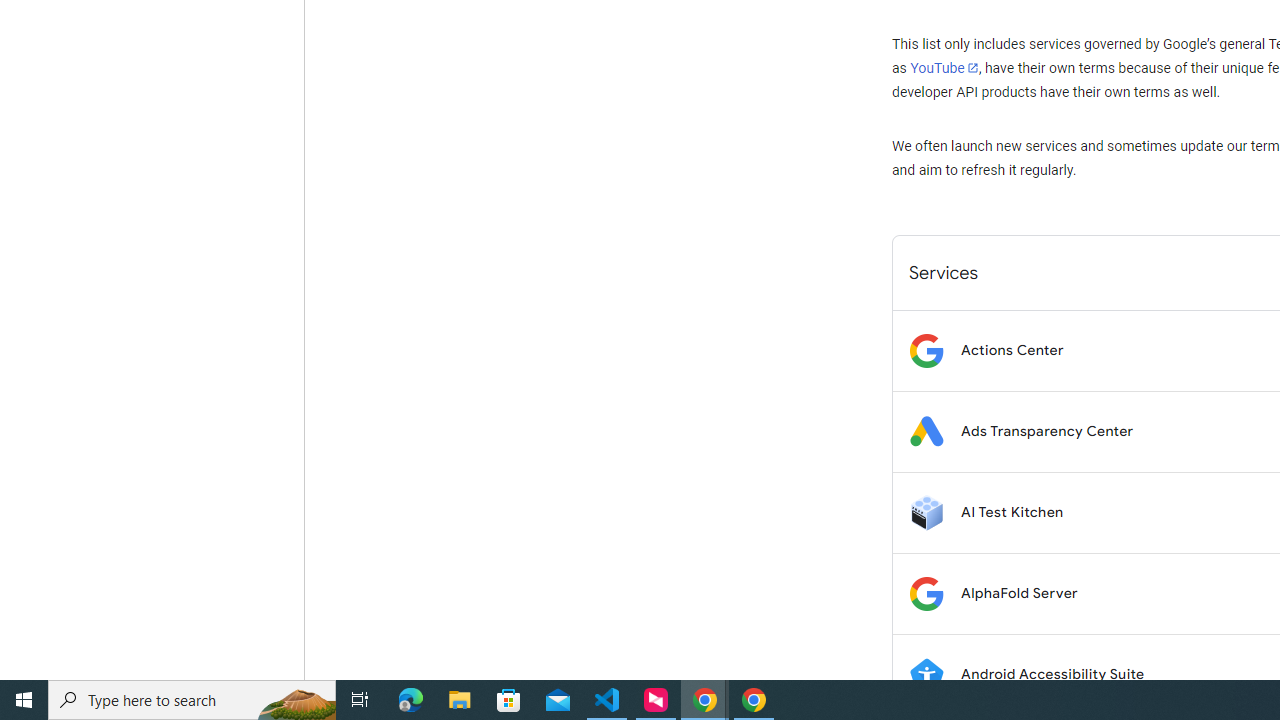 This screenshot has width=1280, height=720. Describe the element at coordinates (925, 674) in the screenshot. I see `'Logo for Android Accessibility Suite'` at that location.